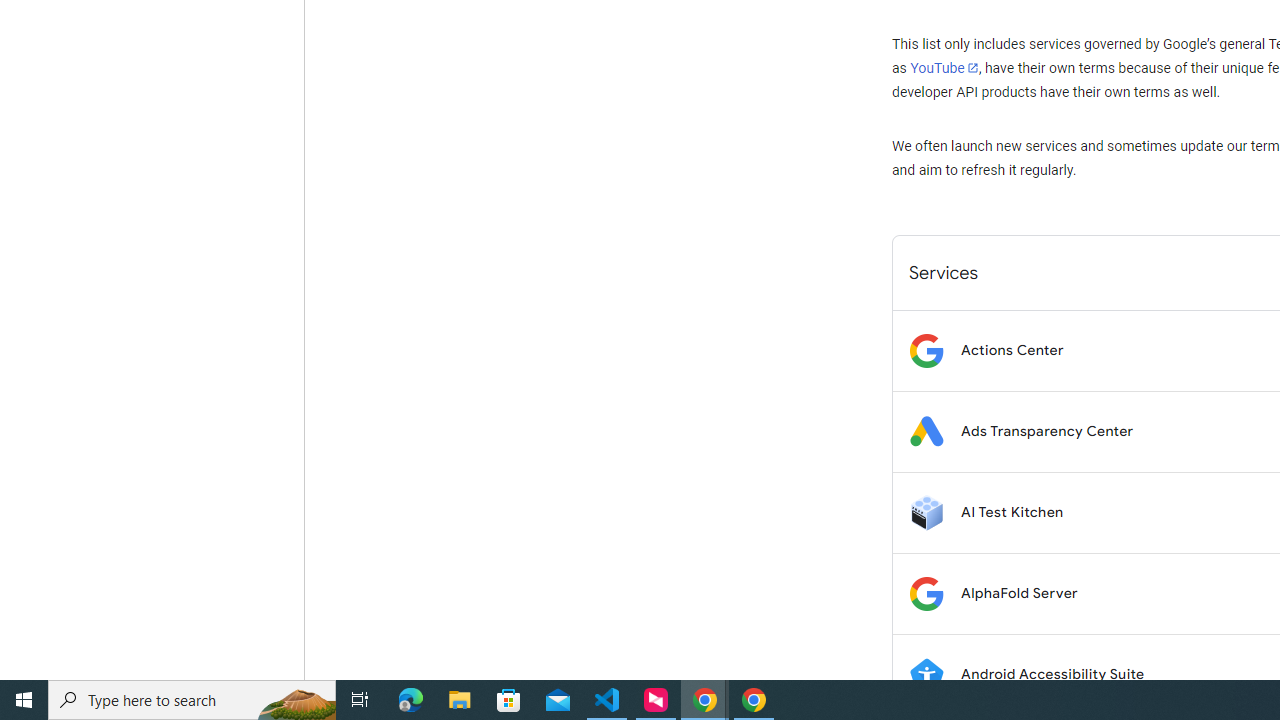 This screenshot has width=1280, height=720. Describe the element at coordinates (925, 674) in the screenshot. I see `'Logo for Android Accessibility Suite'` at that location.